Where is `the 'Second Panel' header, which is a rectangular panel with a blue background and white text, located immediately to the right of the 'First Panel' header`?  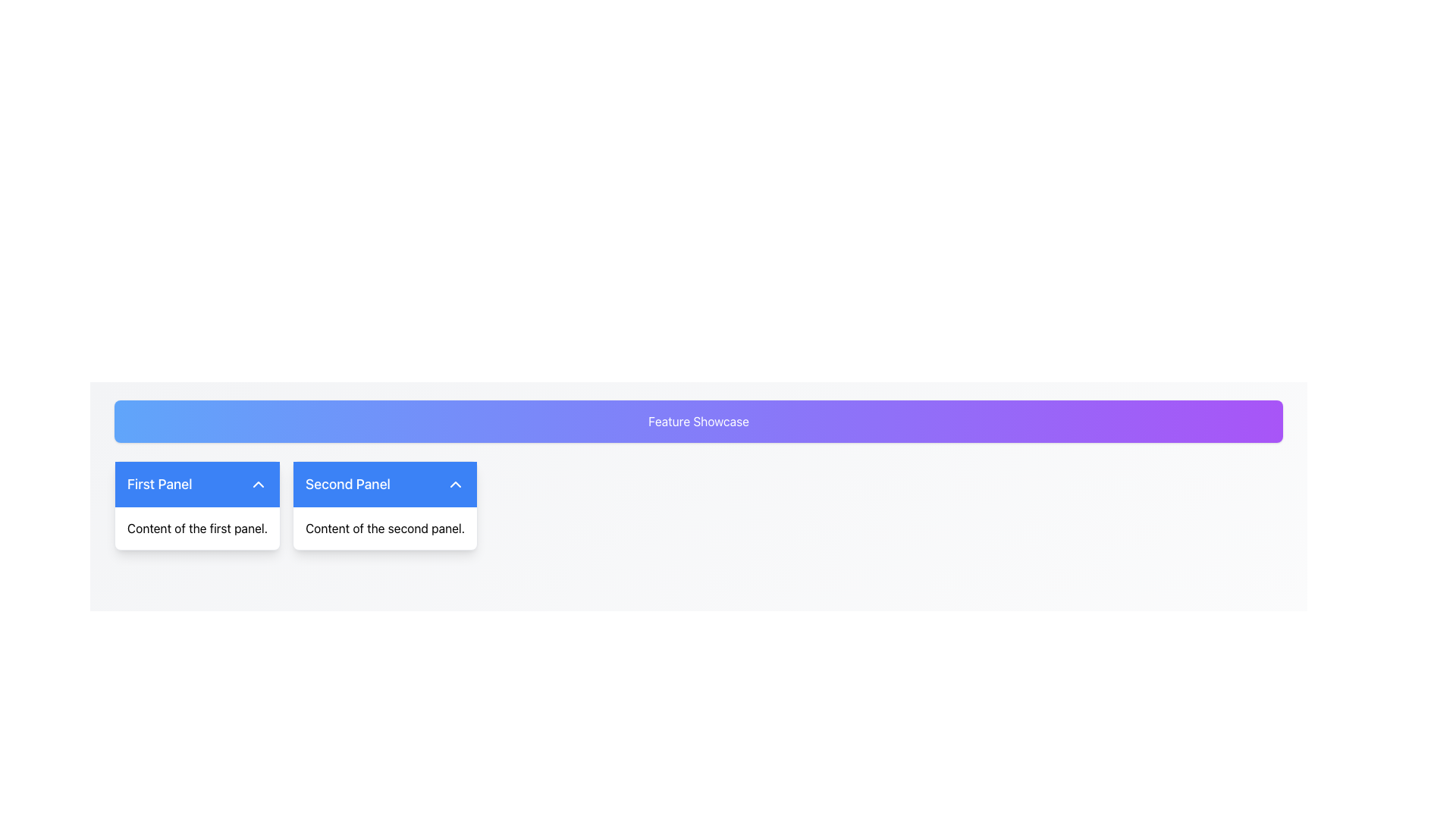
the 'Second Panel' header, which is a rectangular panel with a blue background and white text, located immediately to the right of the 'First Panel' header is located at coordinates (385, 485).